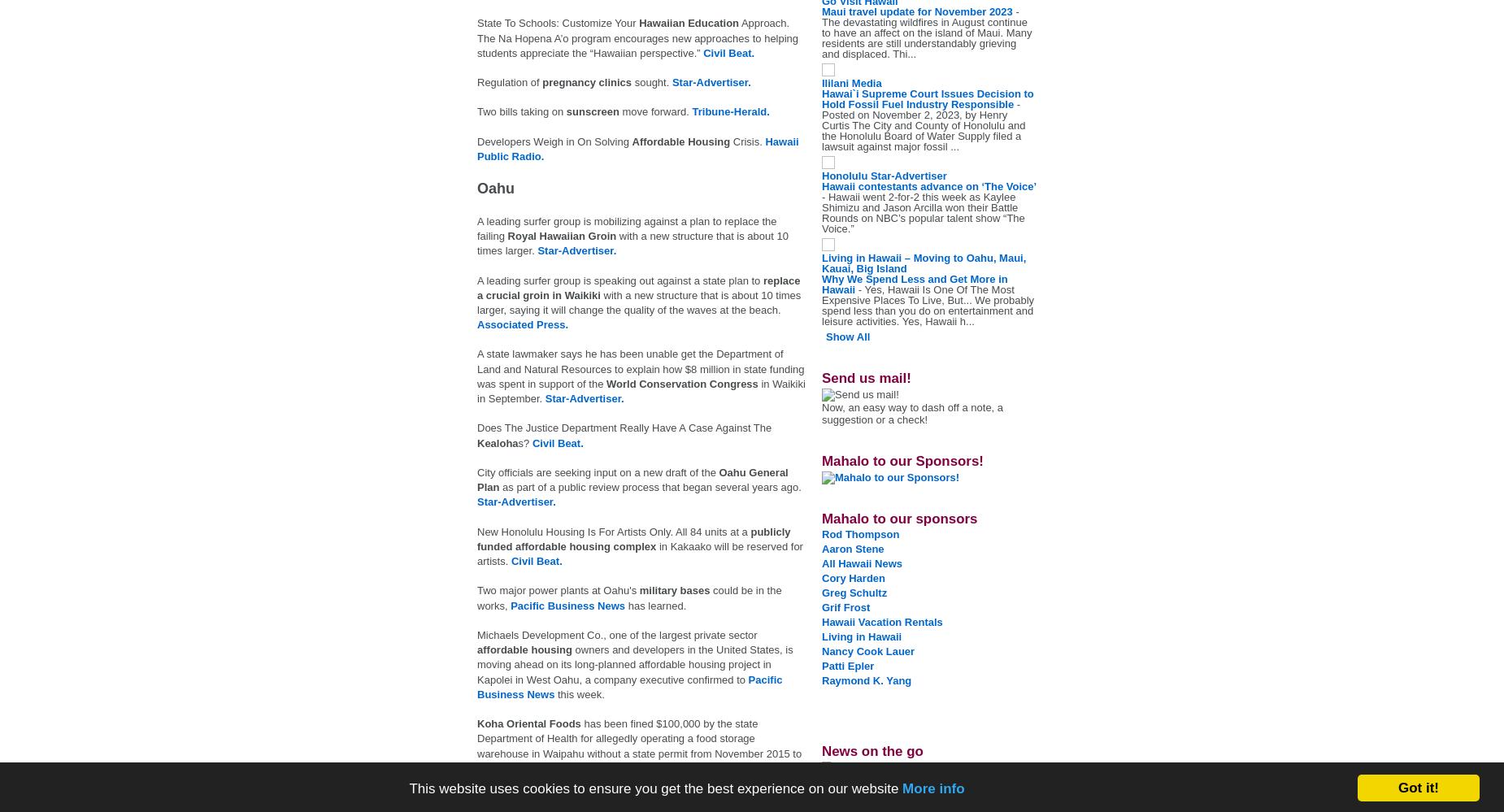  What do you see at coordinates (593, 111) in the screenshot?
I see `'sunscreen'` at bounding box center [593, 111].